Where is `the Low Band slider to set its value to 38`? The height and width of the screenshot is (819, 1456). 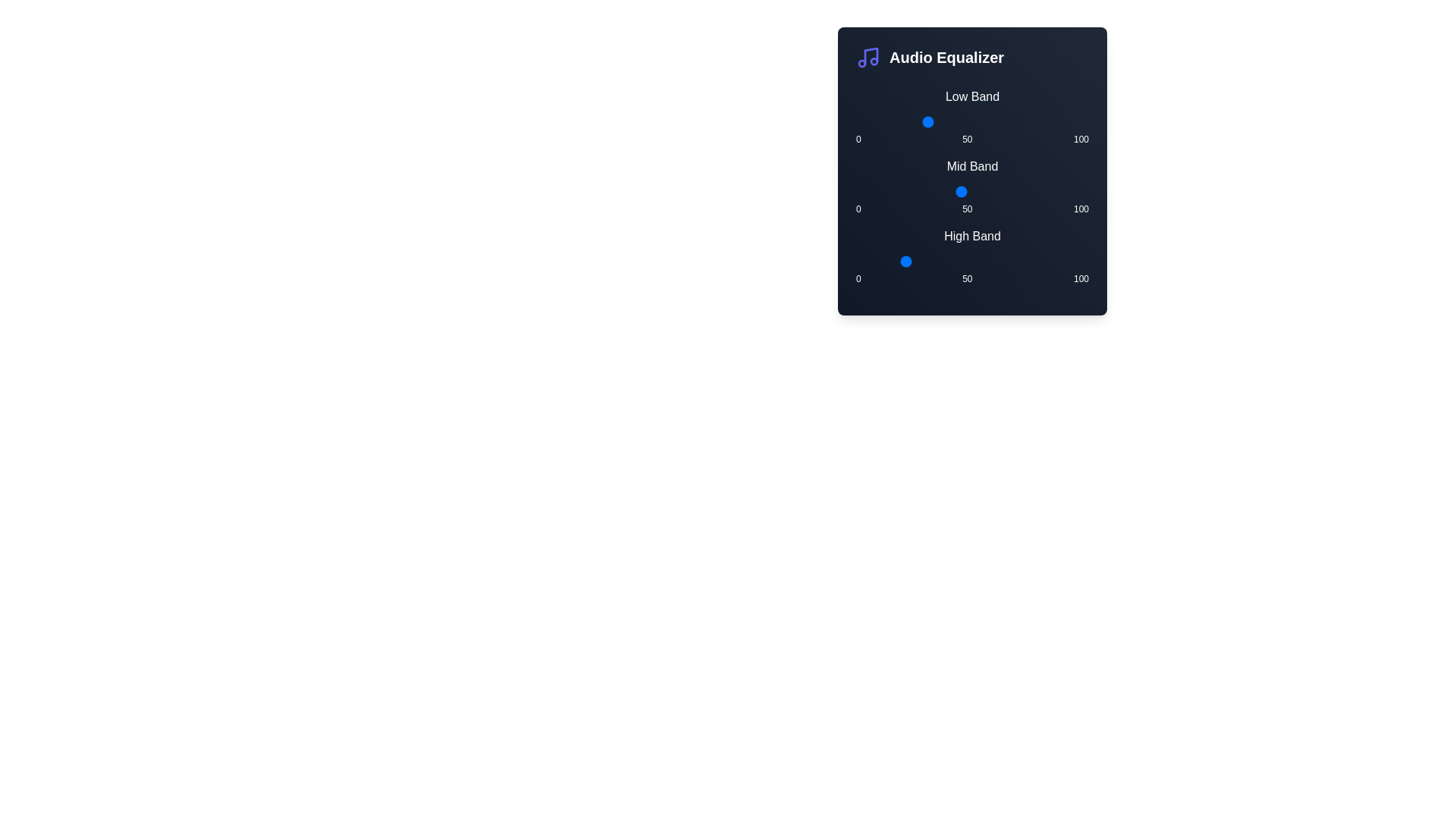
the Low Band slider to set its value to 38 is located at coordinates (943, 121).